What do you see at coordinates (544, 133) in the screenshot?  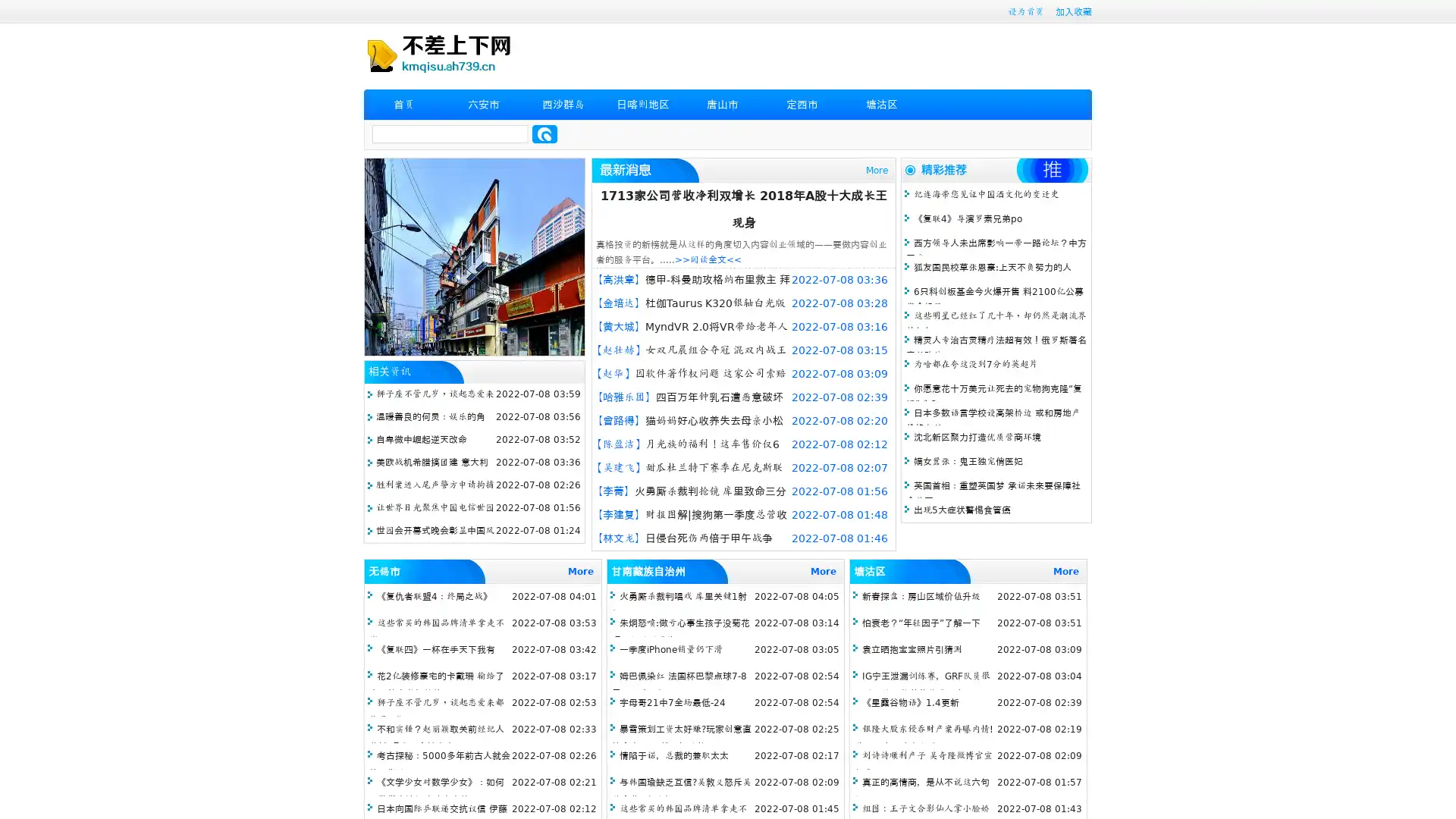 I see `Search` at bounding box center [544, 133].